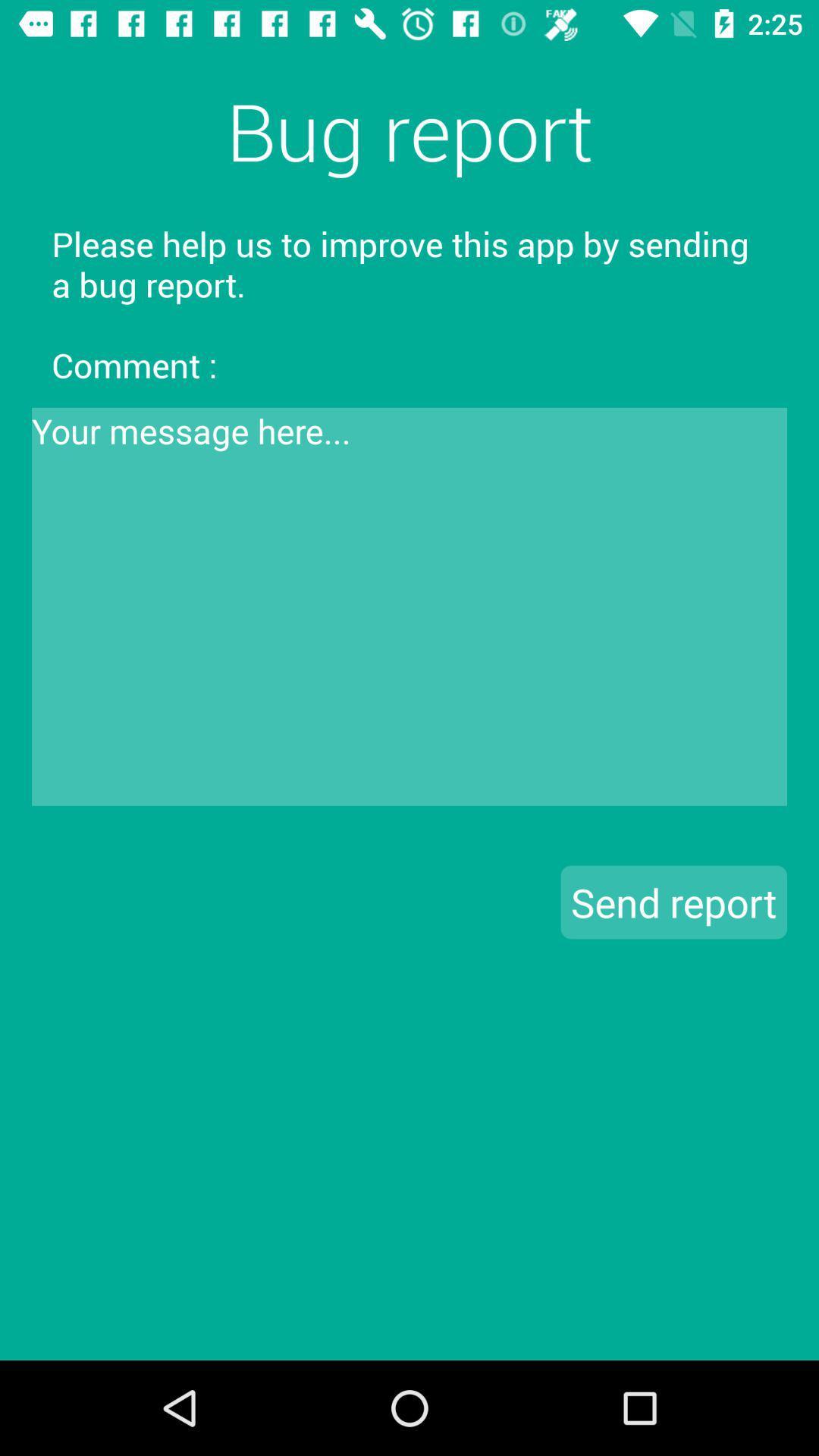 The height and width of the screenshot is (1456, 819). What do you see at coordinates (673, 902) in the screenshot?
I see `send report item` at bounding box center [673, 902].